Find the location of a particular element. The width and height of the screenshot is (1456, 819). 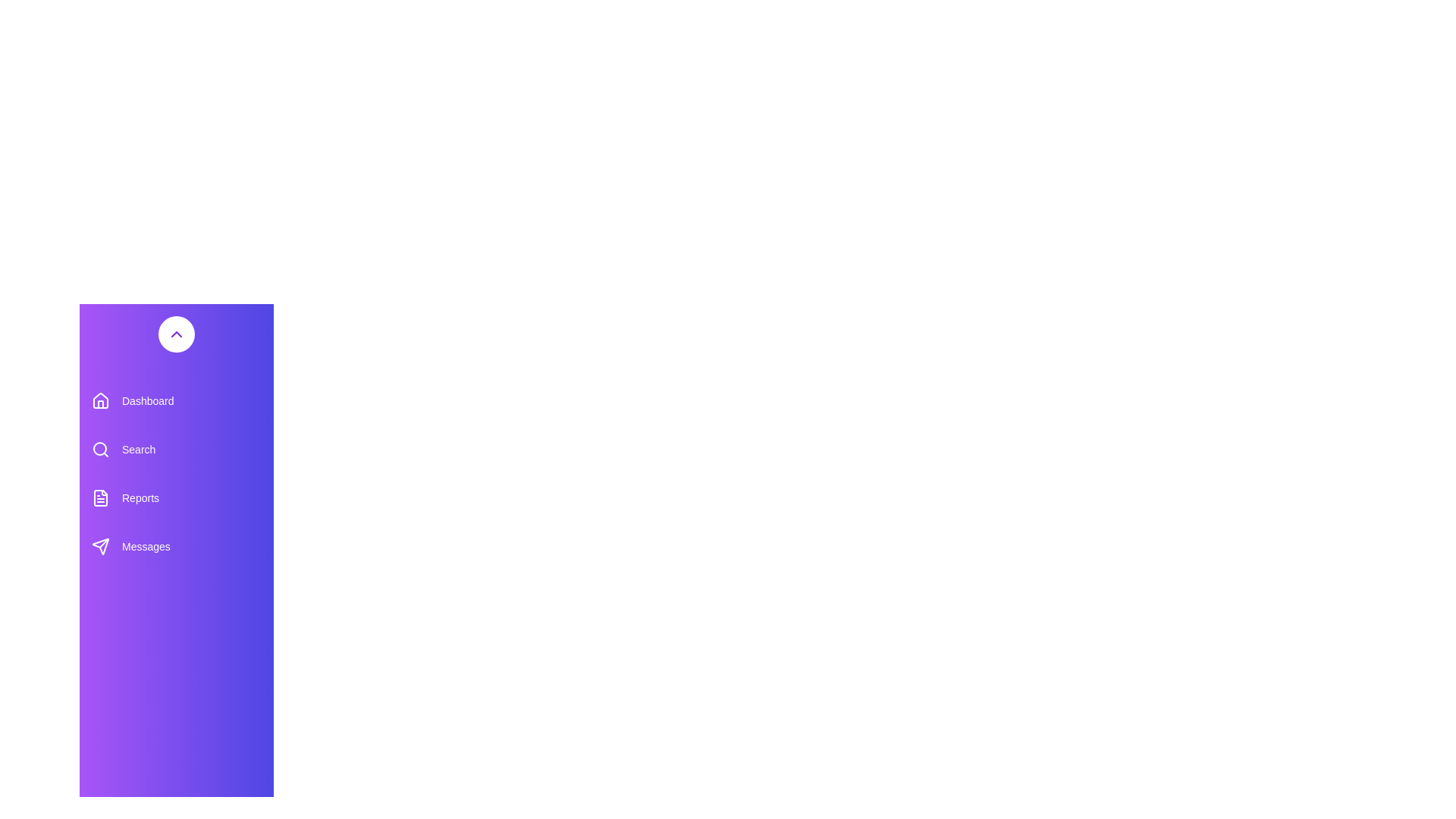

the circular lens of the magnifying glass icon representing the search feature in the left-side navigation panel is located at coordinates (99, 447).